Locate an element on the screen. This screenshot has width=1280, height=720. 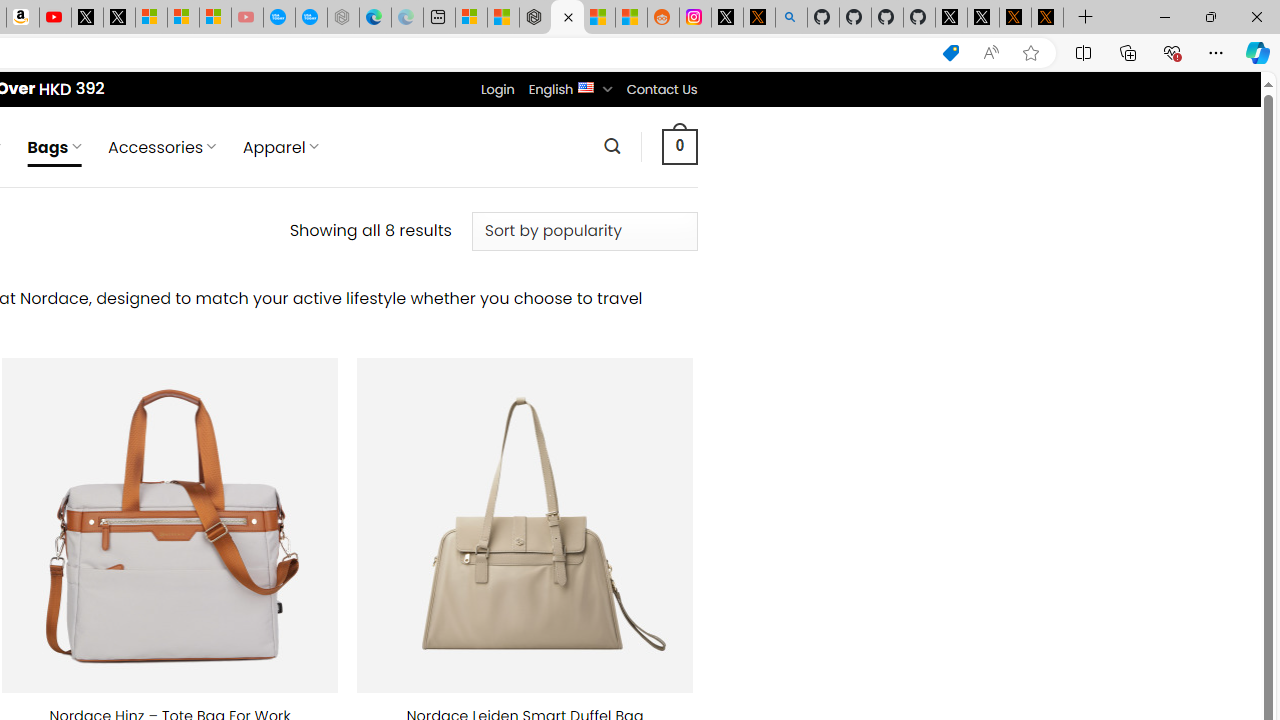
'GitHub (@github) / X' is located at coordinates (983, 17).